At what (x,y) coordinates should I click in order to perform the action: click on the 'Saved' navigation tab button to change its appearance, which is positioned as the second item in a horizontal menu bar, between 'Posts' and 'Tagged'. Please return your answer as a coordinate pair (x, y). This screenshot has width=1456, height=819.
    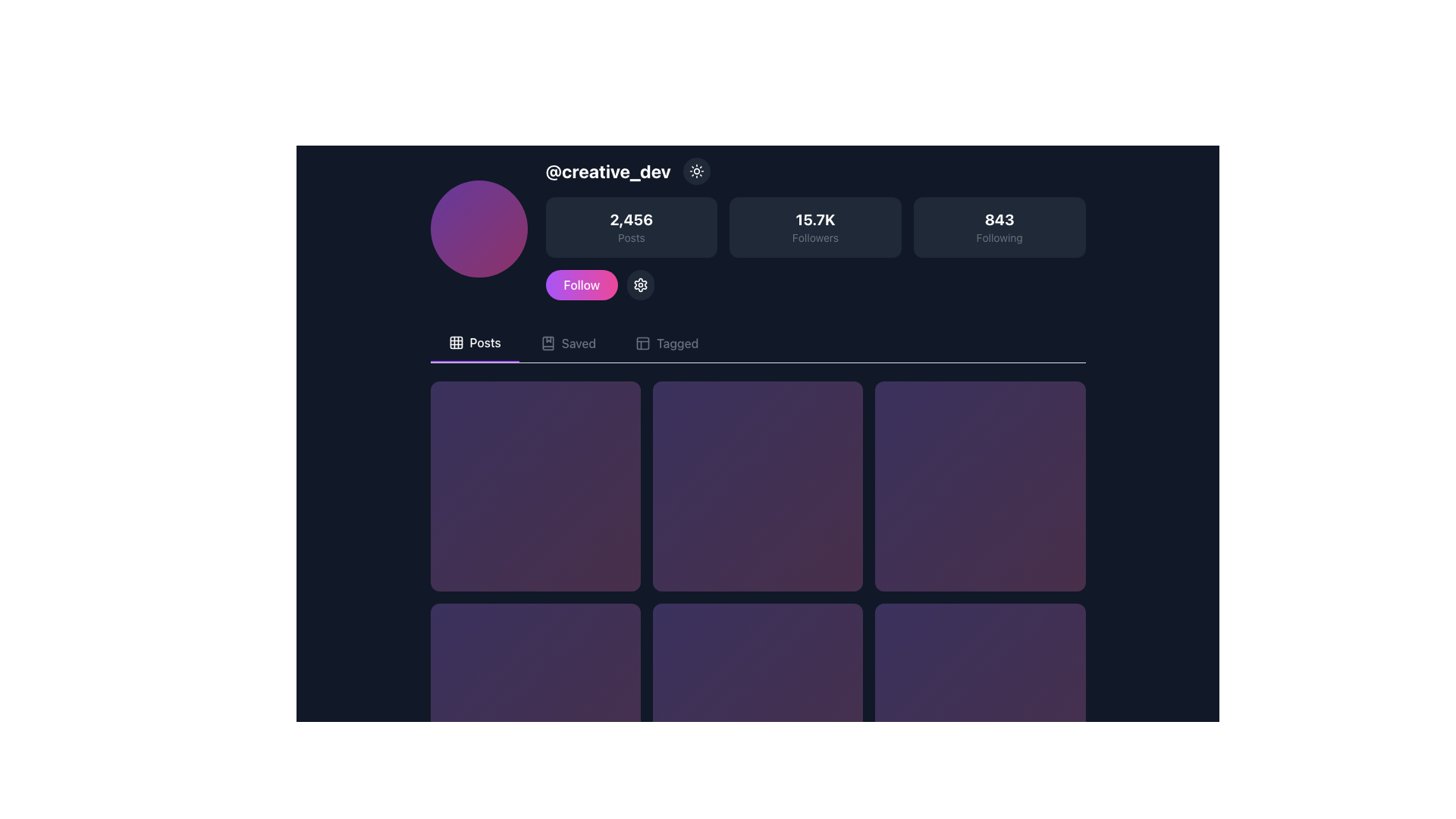
    Looking at the image, I should click on (567, 343).